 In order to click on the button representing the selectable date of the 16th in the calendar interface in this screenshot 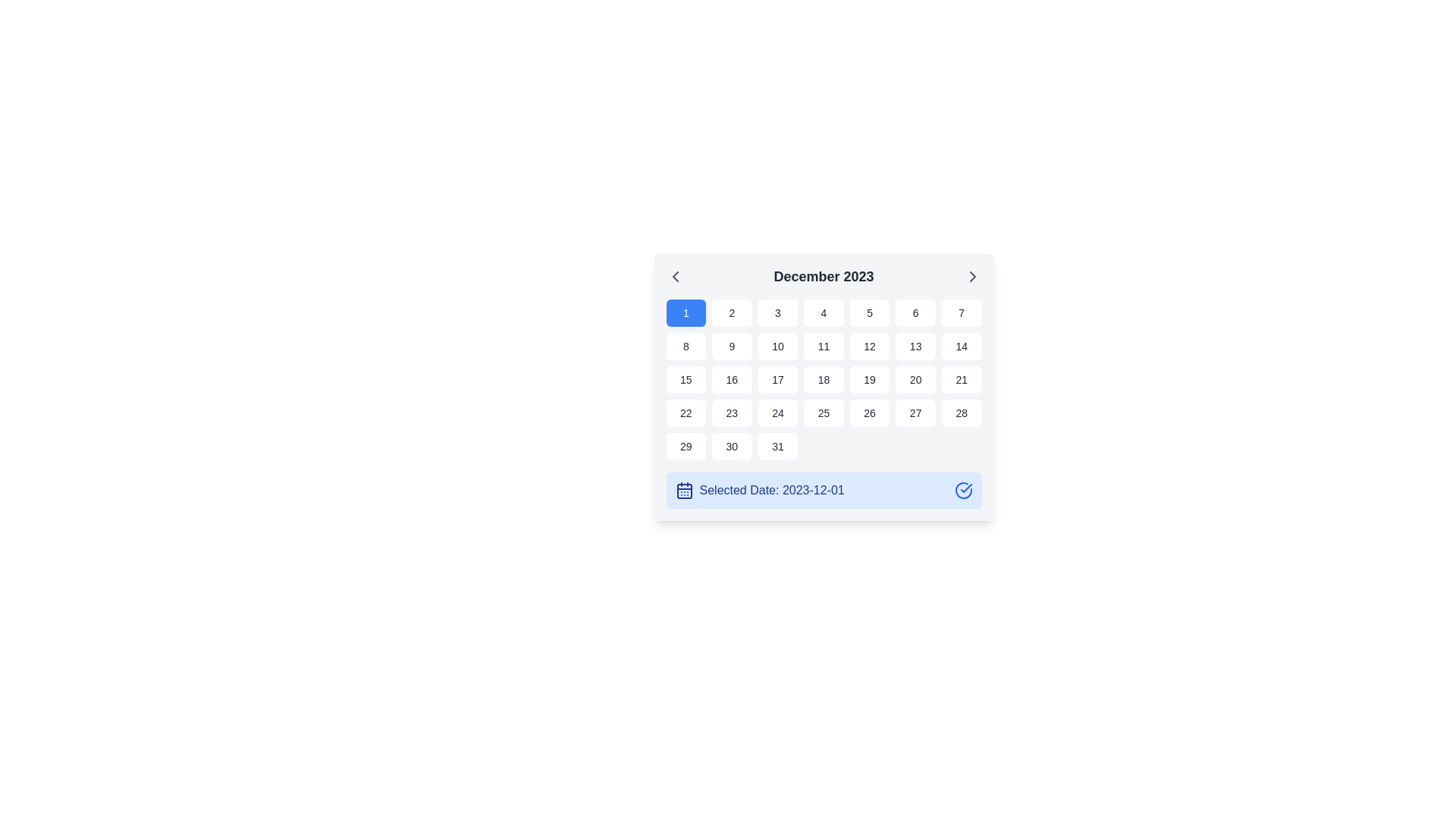, I will do `click(732, 379)`.